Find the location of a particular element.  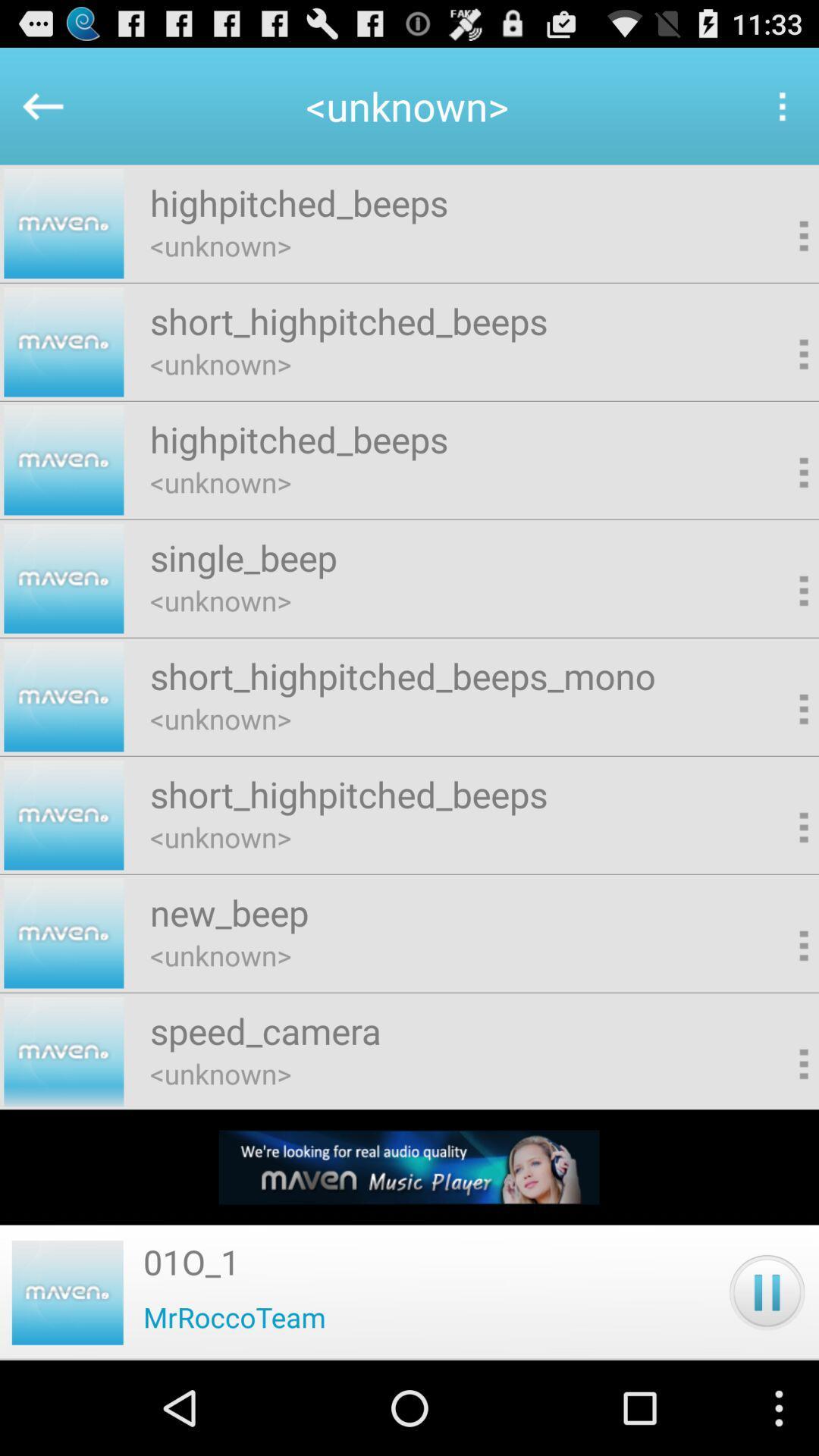

the more icon is located at coordinates (779, 1013).